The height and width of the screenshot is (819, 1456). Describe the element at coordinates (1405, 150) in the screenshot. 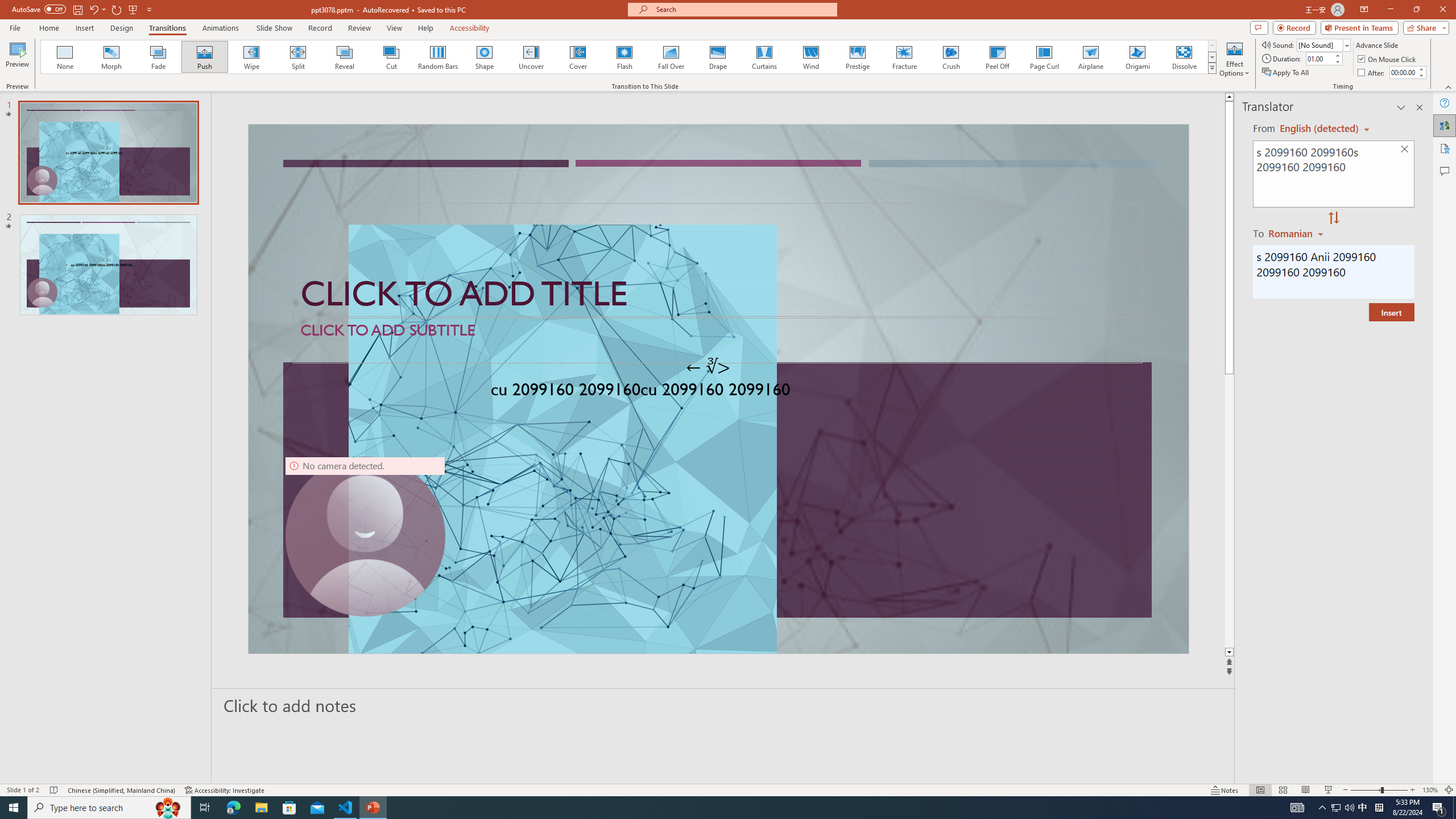

I see `'Clear text'` at that location.